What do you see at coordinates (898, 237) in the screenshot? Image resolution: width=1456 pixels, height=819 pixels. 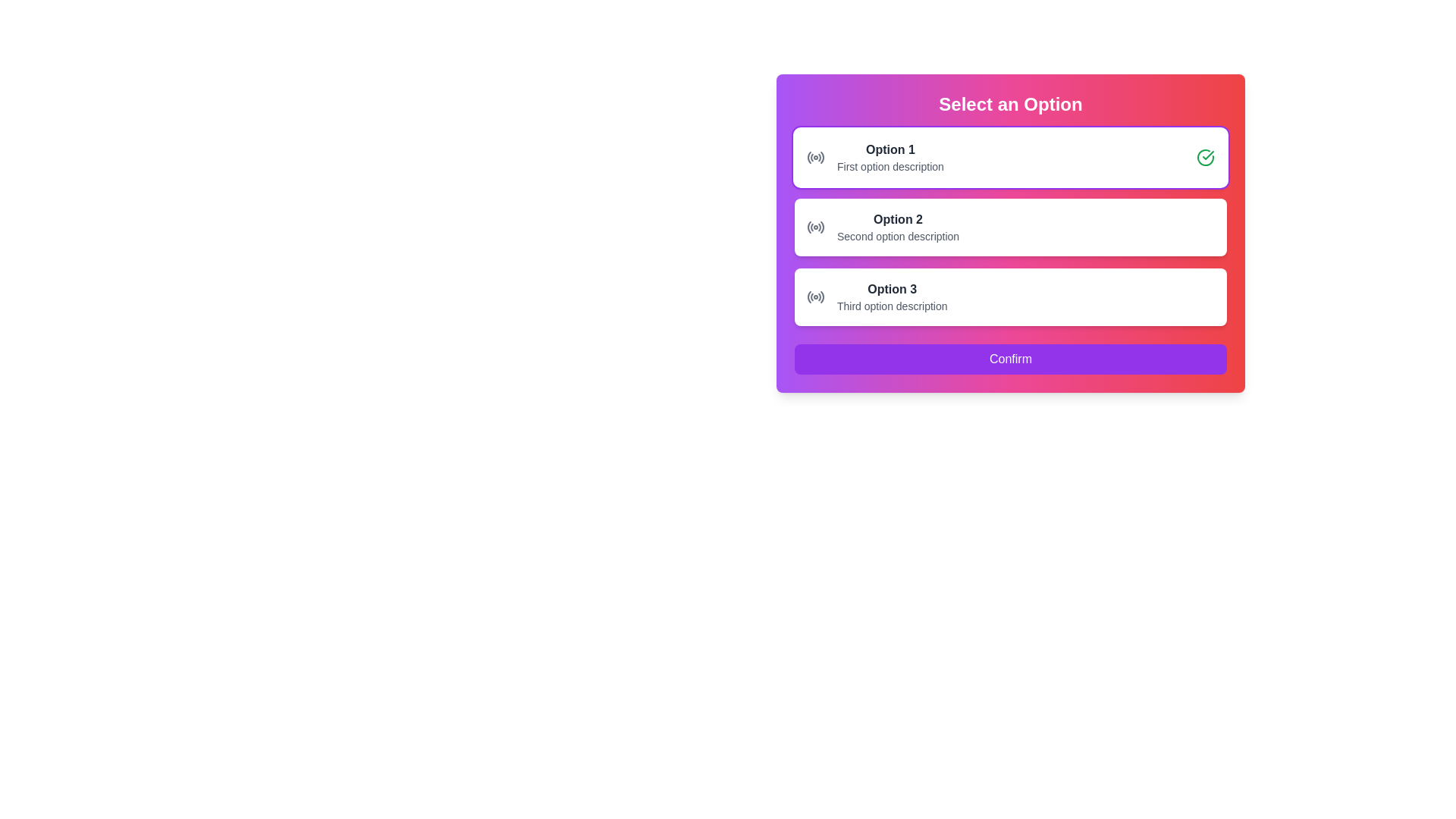 I see `the light-gray text label located below the 'Option 2' label in the second section of the selectable options list` at bounding box center [898, 237].